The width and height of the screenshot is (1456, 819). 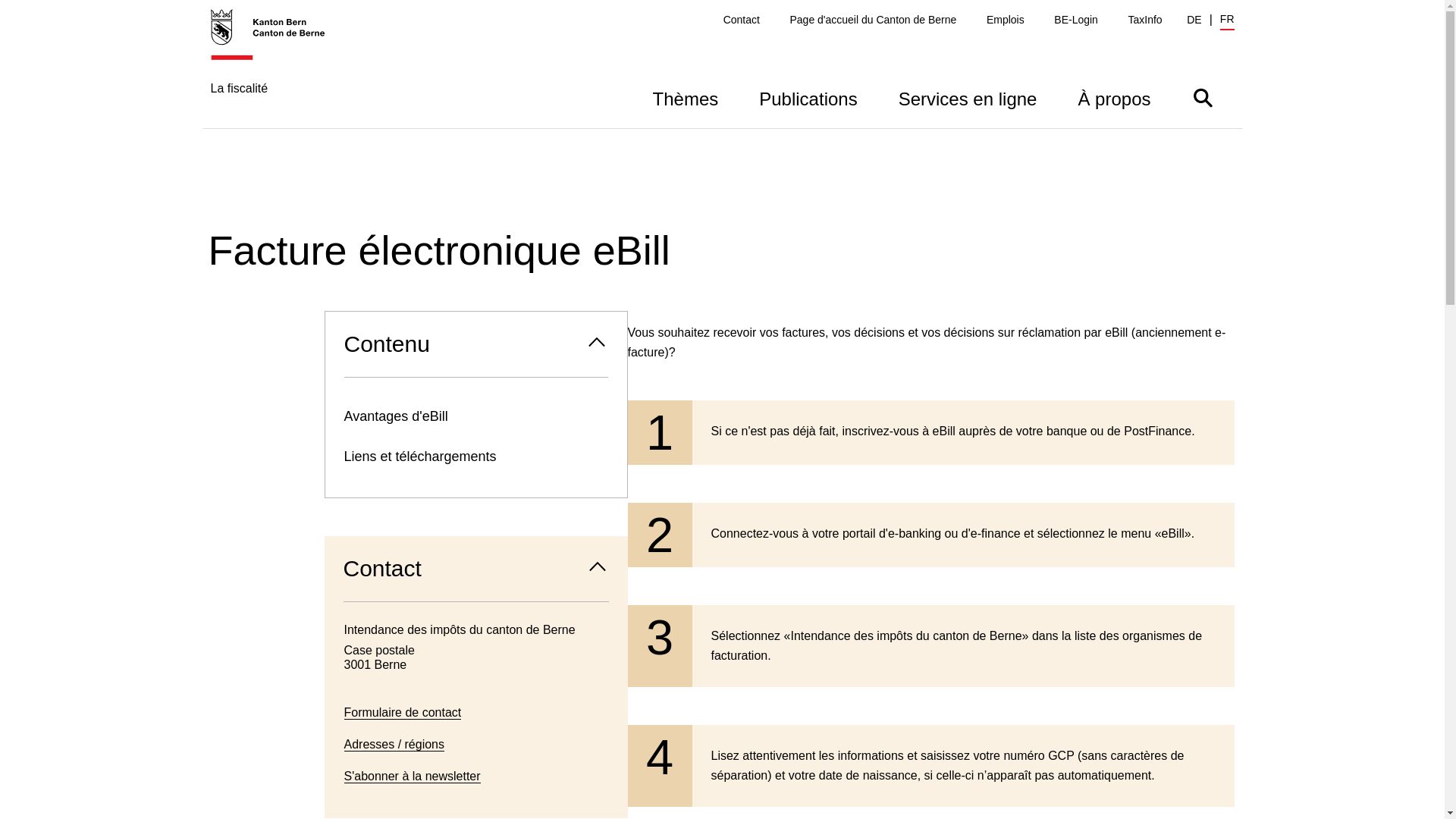 What do you see at coordinates (873, 20) in the screenshot?
I see `'Page d'accueil du Canton de Berne'` at bounding box center [873, 20].